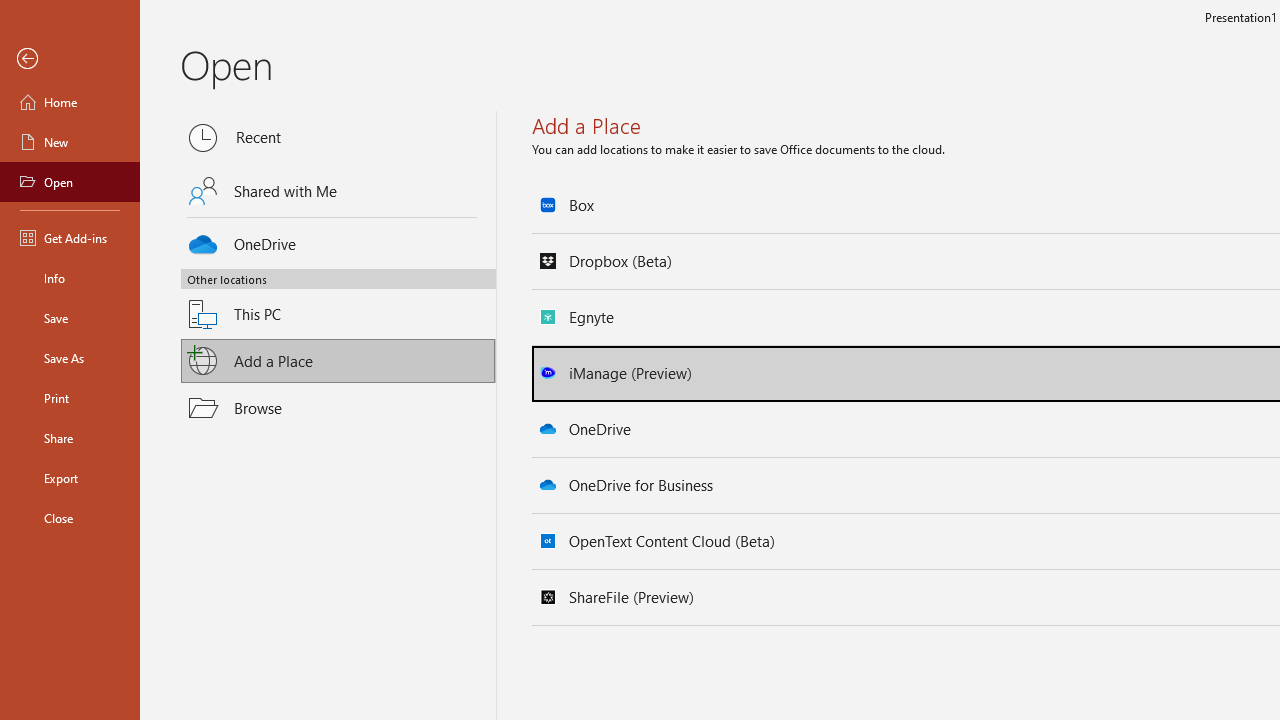  Describe the element at coordinates (69, 140) in the screenshot. I see `'New'` at that location.